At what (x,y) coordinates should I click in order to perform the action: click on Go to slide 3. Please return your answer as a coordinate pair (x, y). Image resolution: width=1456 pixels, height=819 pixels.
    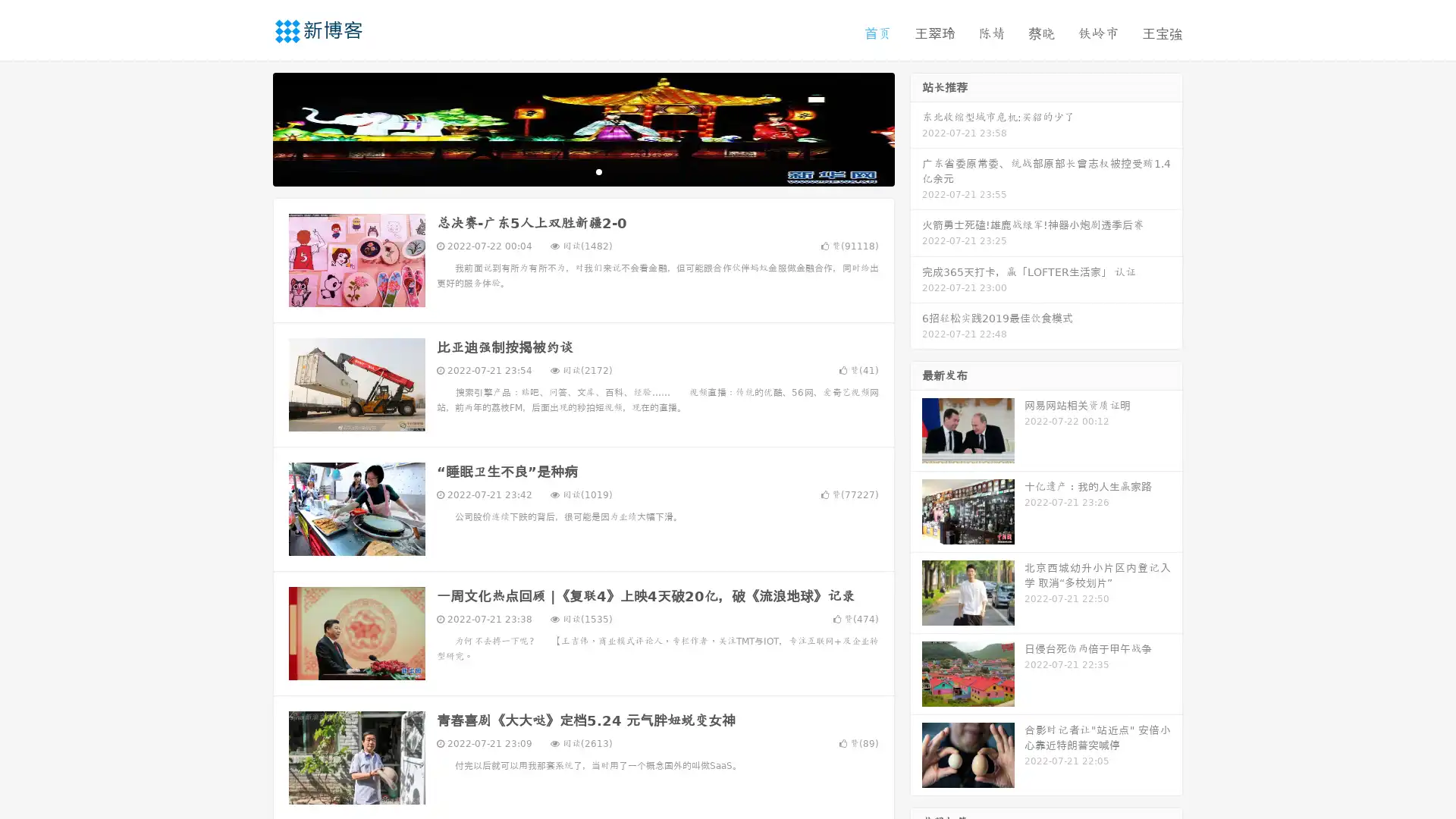
    Looking at the image, I should click on (598, 171).